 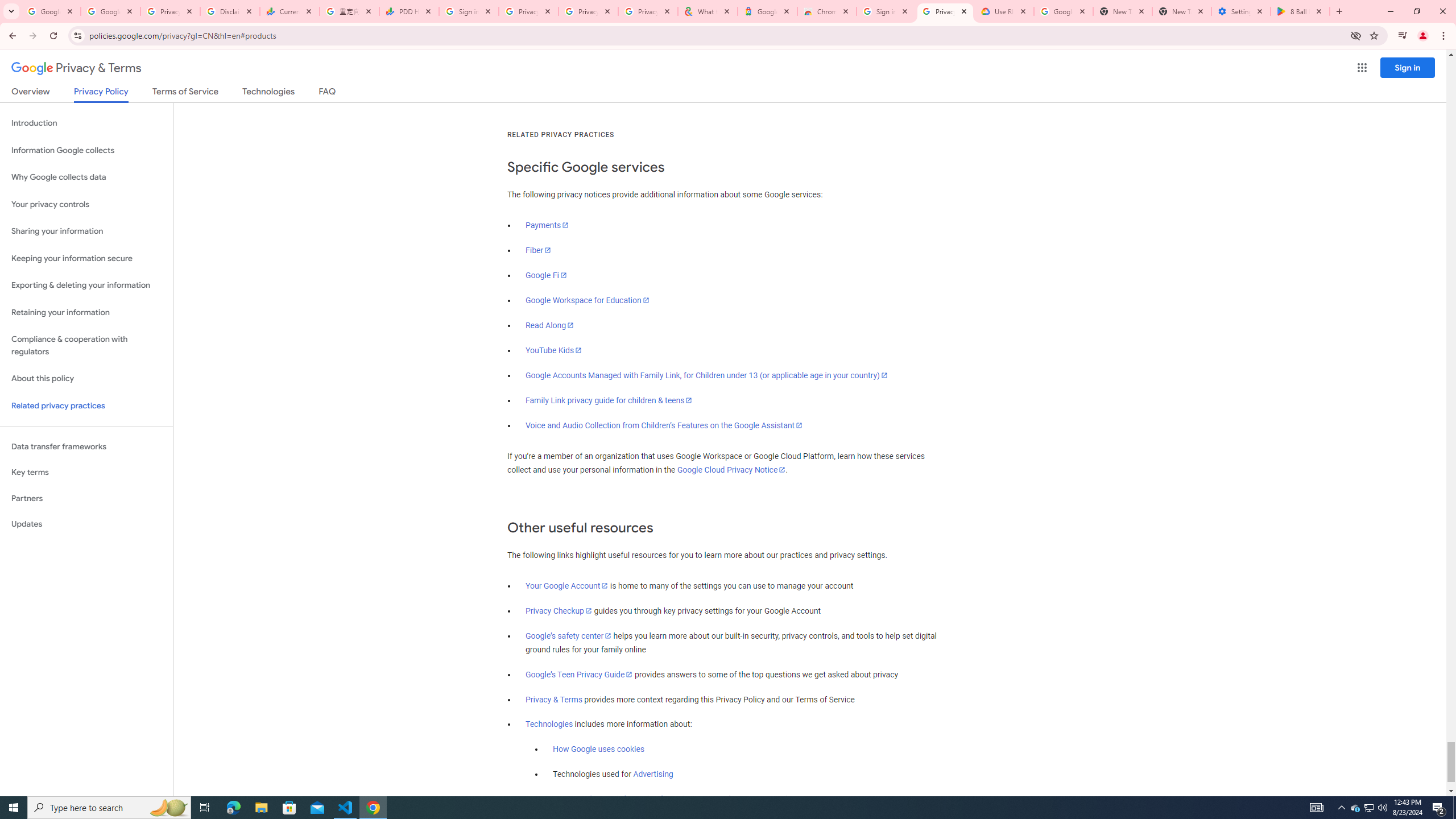 I want to click on 'Keeping your information secure', so click(x=86, y=259).